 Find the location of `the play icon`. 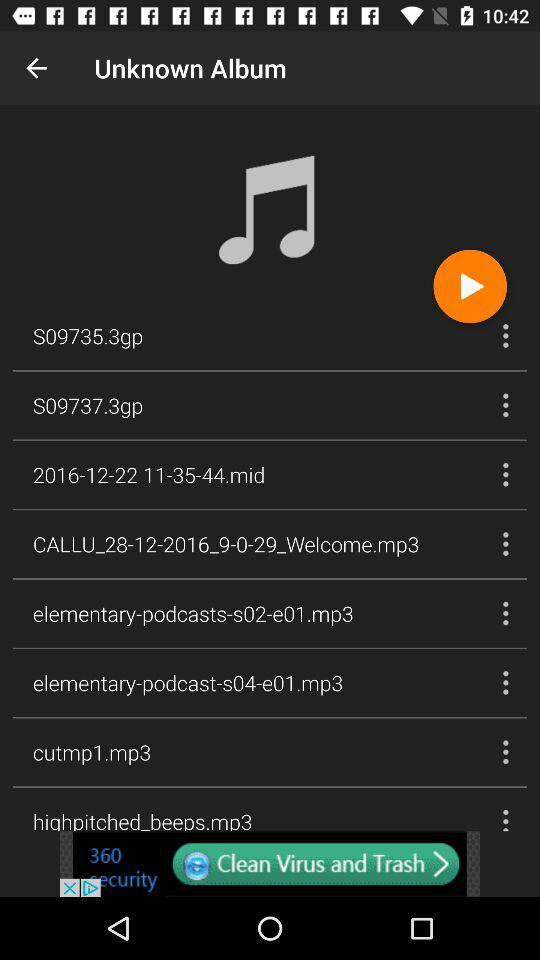

the play icon is located at coordinates (470, 285).